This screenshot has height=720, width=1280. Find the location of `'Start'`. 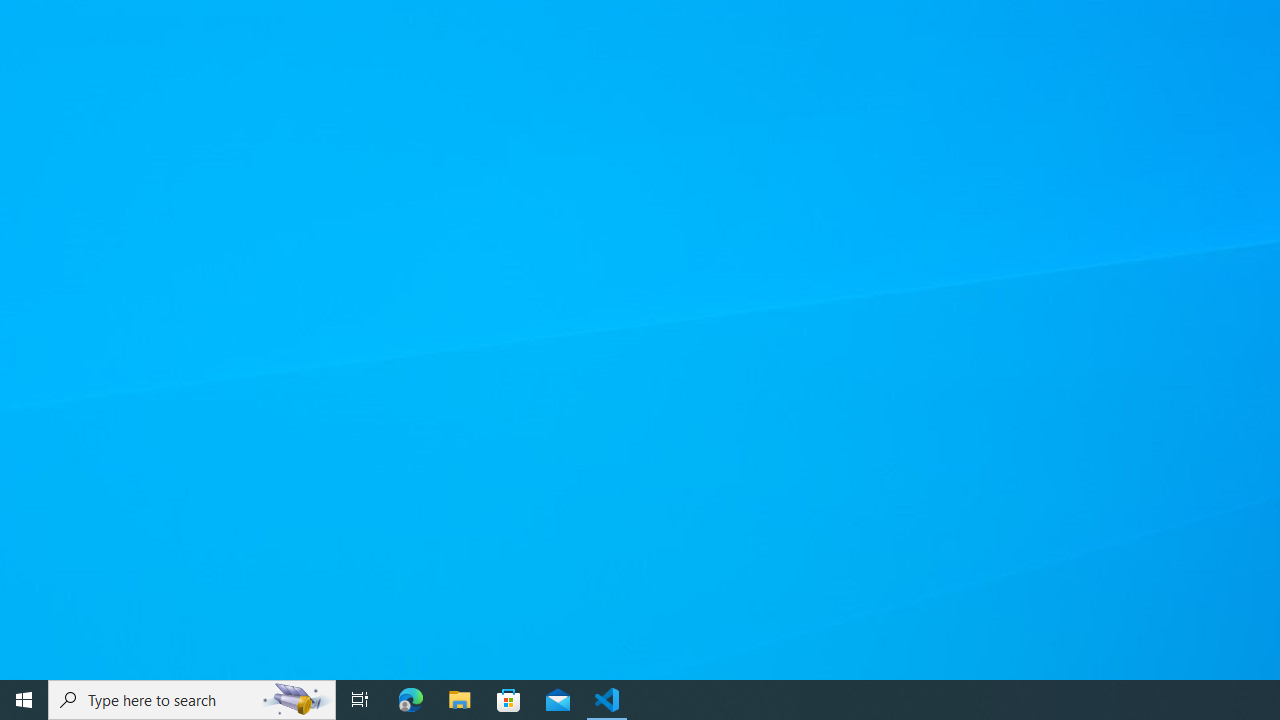

'Start' is located at coordinates (24, 698).